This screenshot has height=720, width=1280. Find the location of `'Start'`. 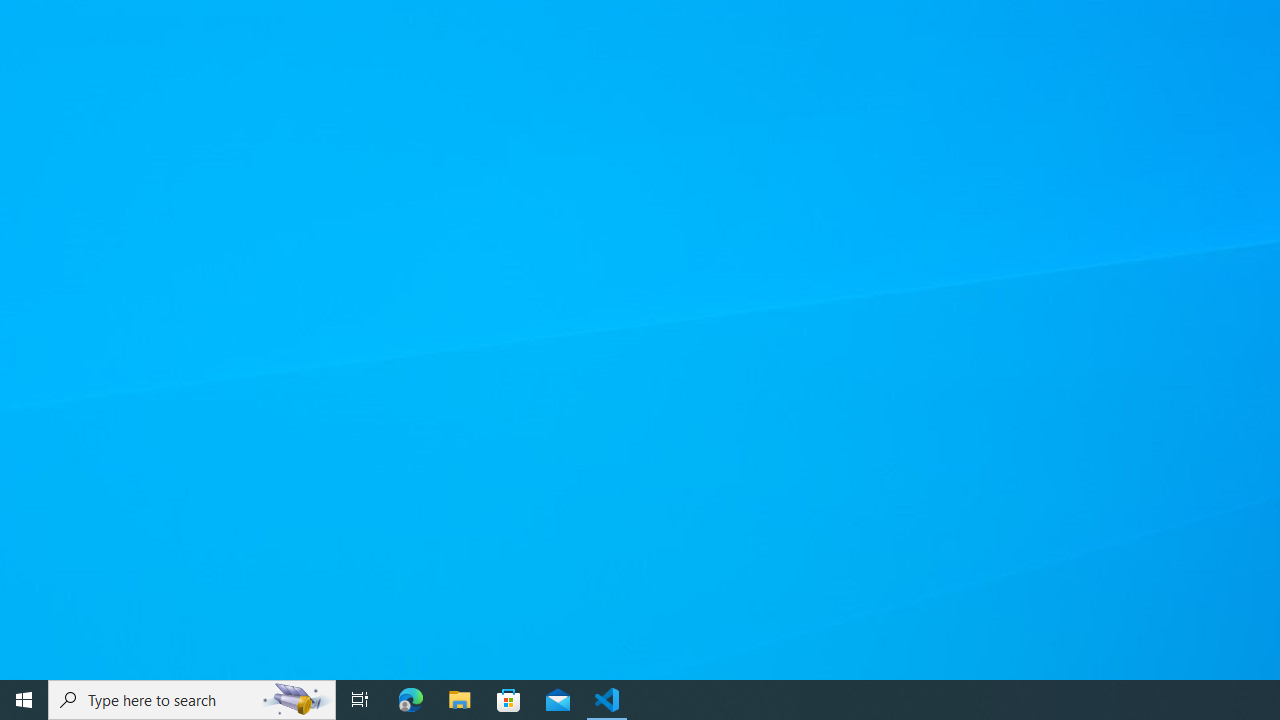

'Start' is located at coordinates (24, 698).